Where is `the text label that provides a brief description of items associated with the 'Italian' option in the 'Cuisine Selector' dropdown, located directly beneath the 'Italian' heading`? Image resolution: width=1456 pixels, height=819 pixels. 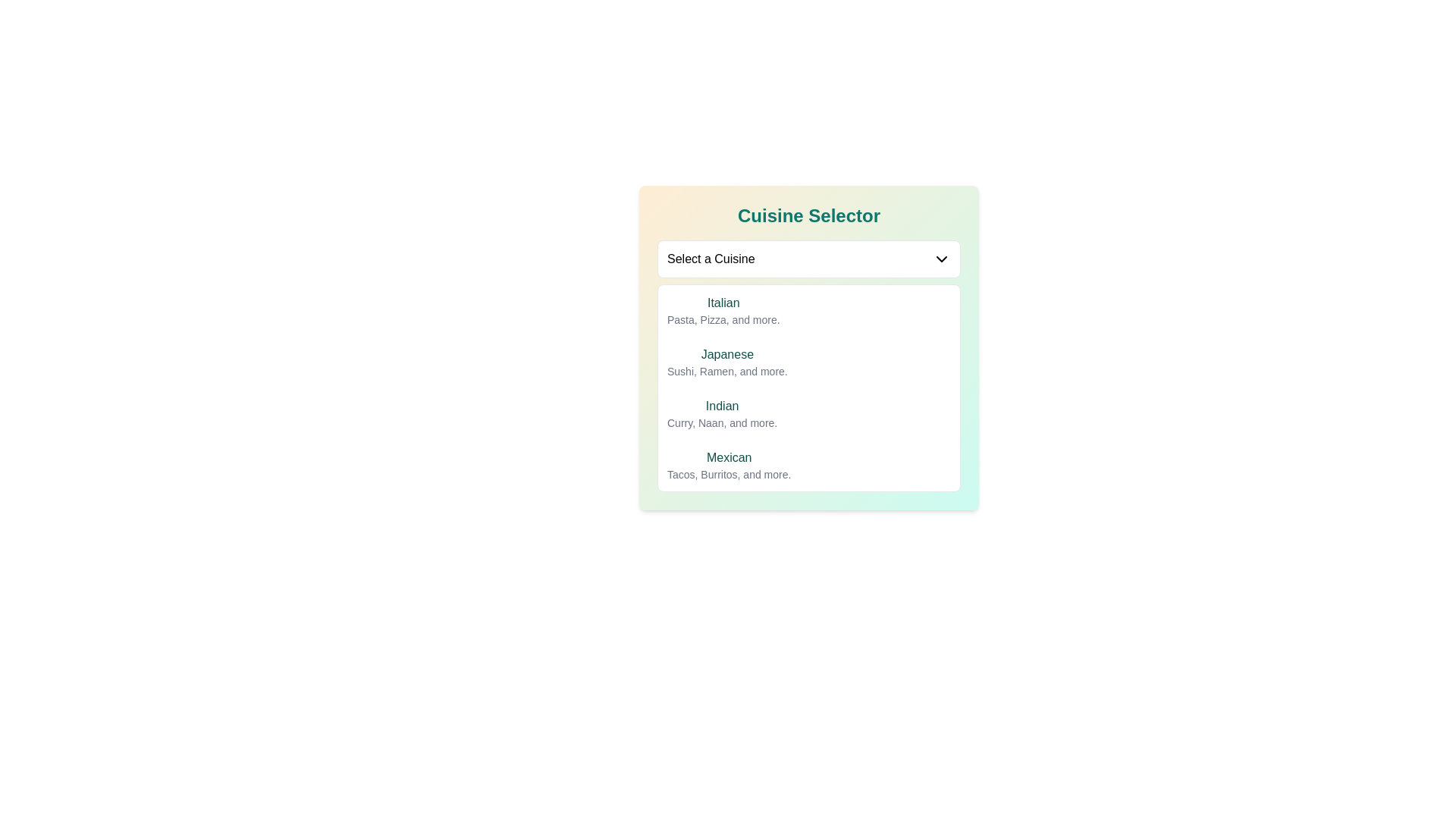 the text label that provides a brief description of items associated with the 'Italian' option in the 'Cuisine Selector' dropdown, located directly beneath the 'Italian' heading is located at coordinates (723, 318).